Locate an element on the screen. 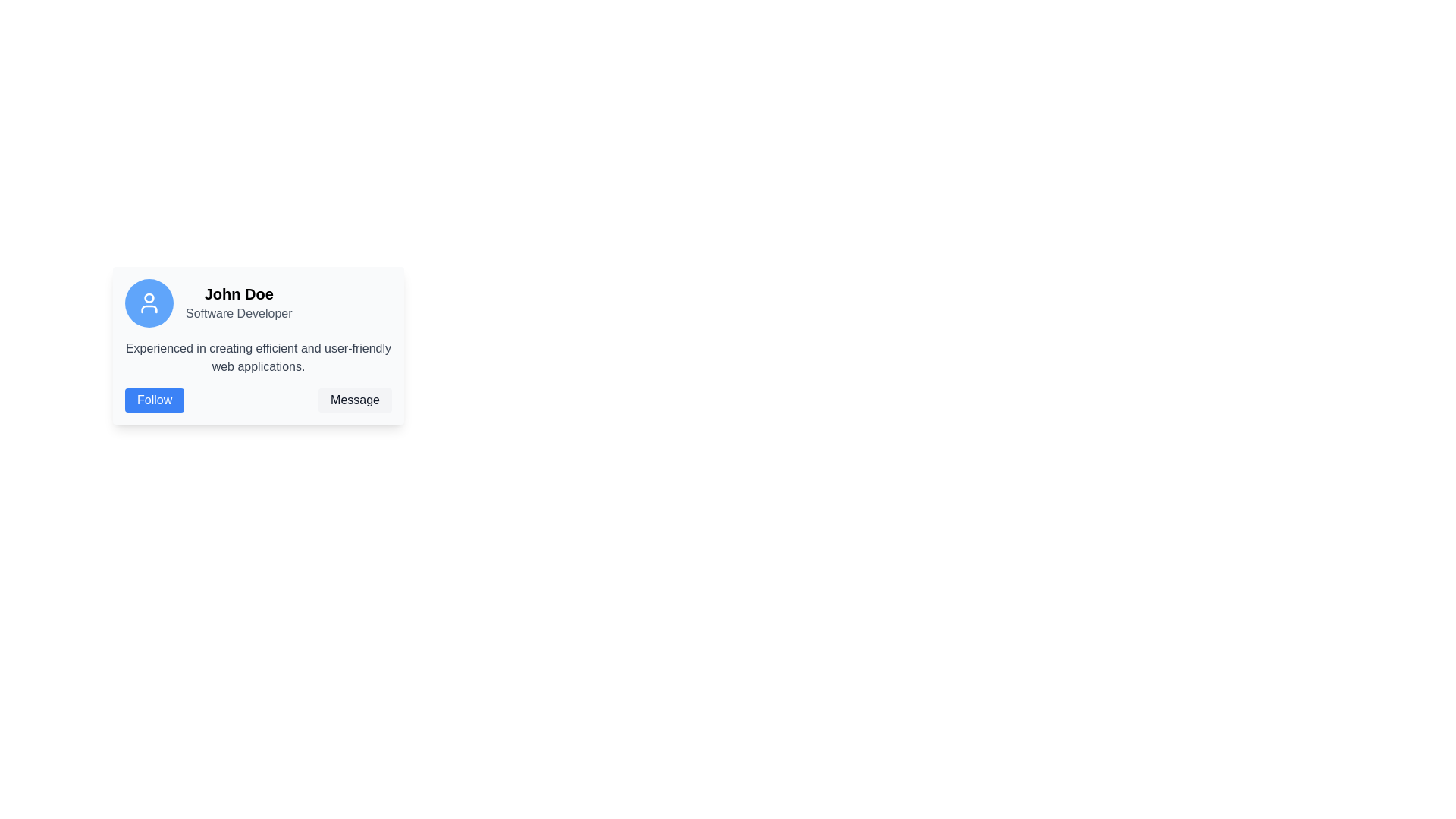 This screenshot has width=1456, height=819. the text block displaying 'Experienced in creating efficient and user-friendly web applications.' located centrally on the user profile card, below the name and role, and above the 'Follow' and 'Message' buttons is located at coordinates (258, 357).